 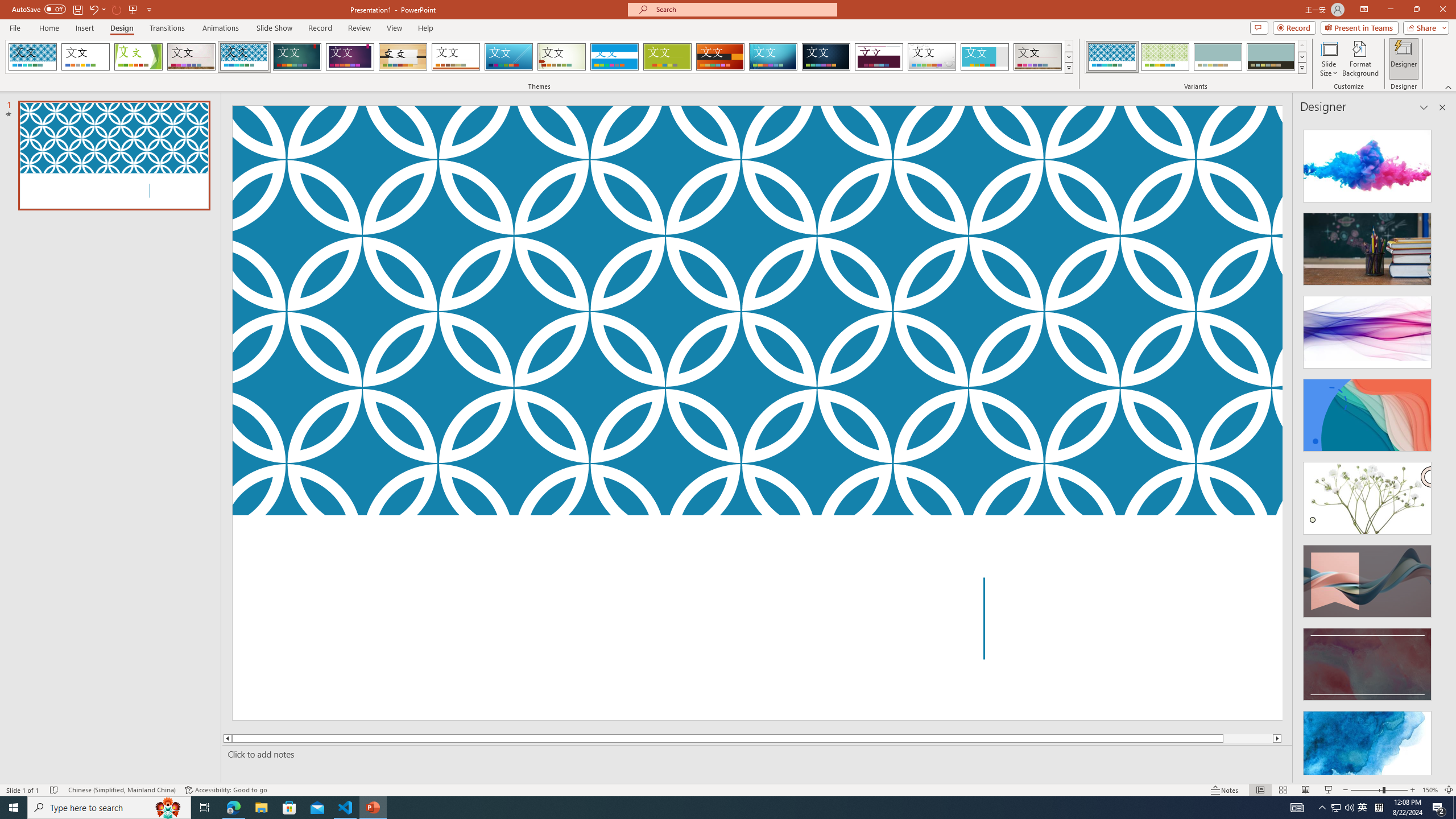 What do you see at coordinates (879, 56) in the screenshot?
I see `'Dividend Loading Preview...'` at bounding box center [879, 56].